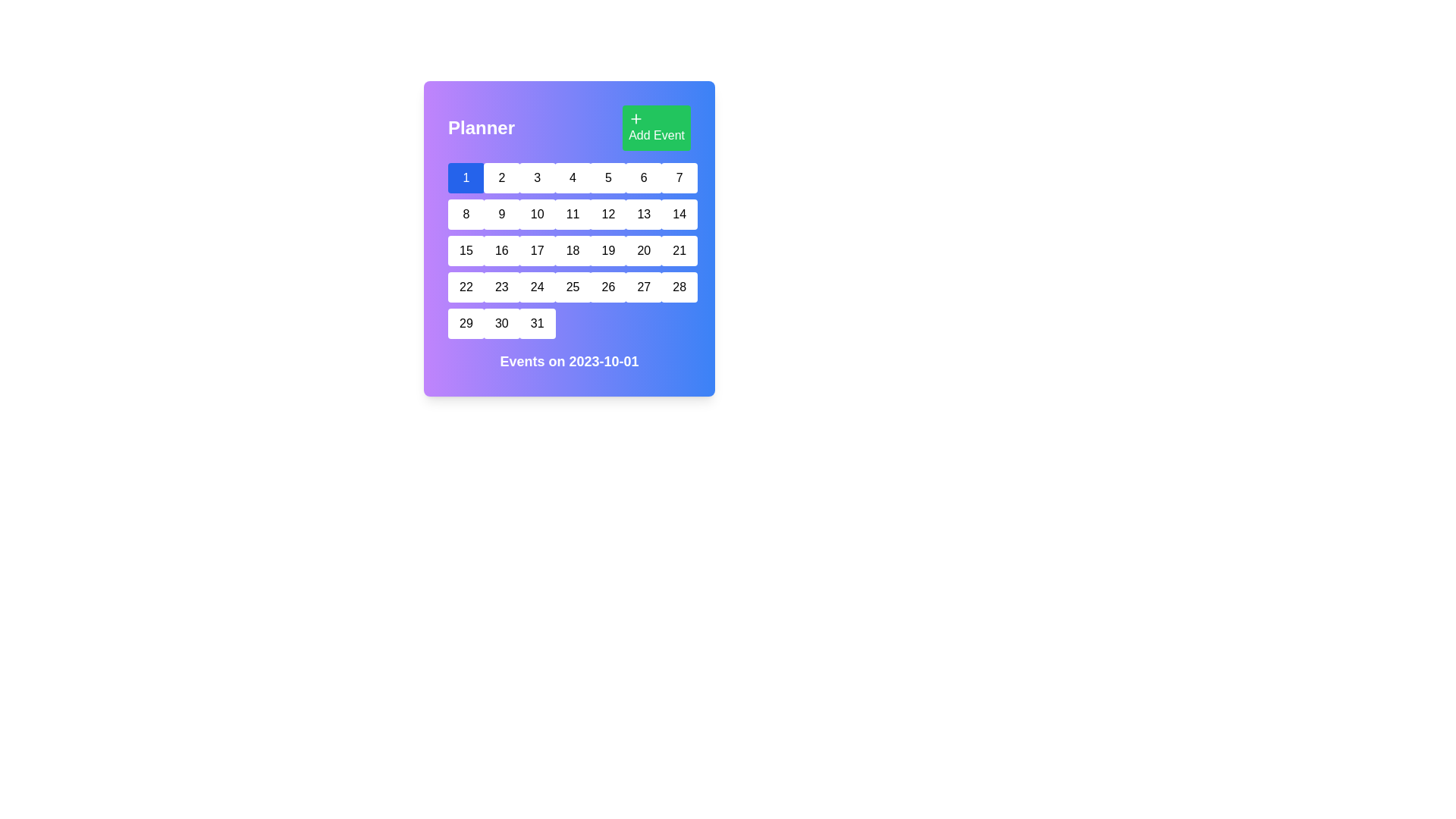 This screenshot has width=1456, height=819. Describe the element at coordinates (679, 287) in the screenshot. I see `the button representing the 28th day of the calendar month` at that location.